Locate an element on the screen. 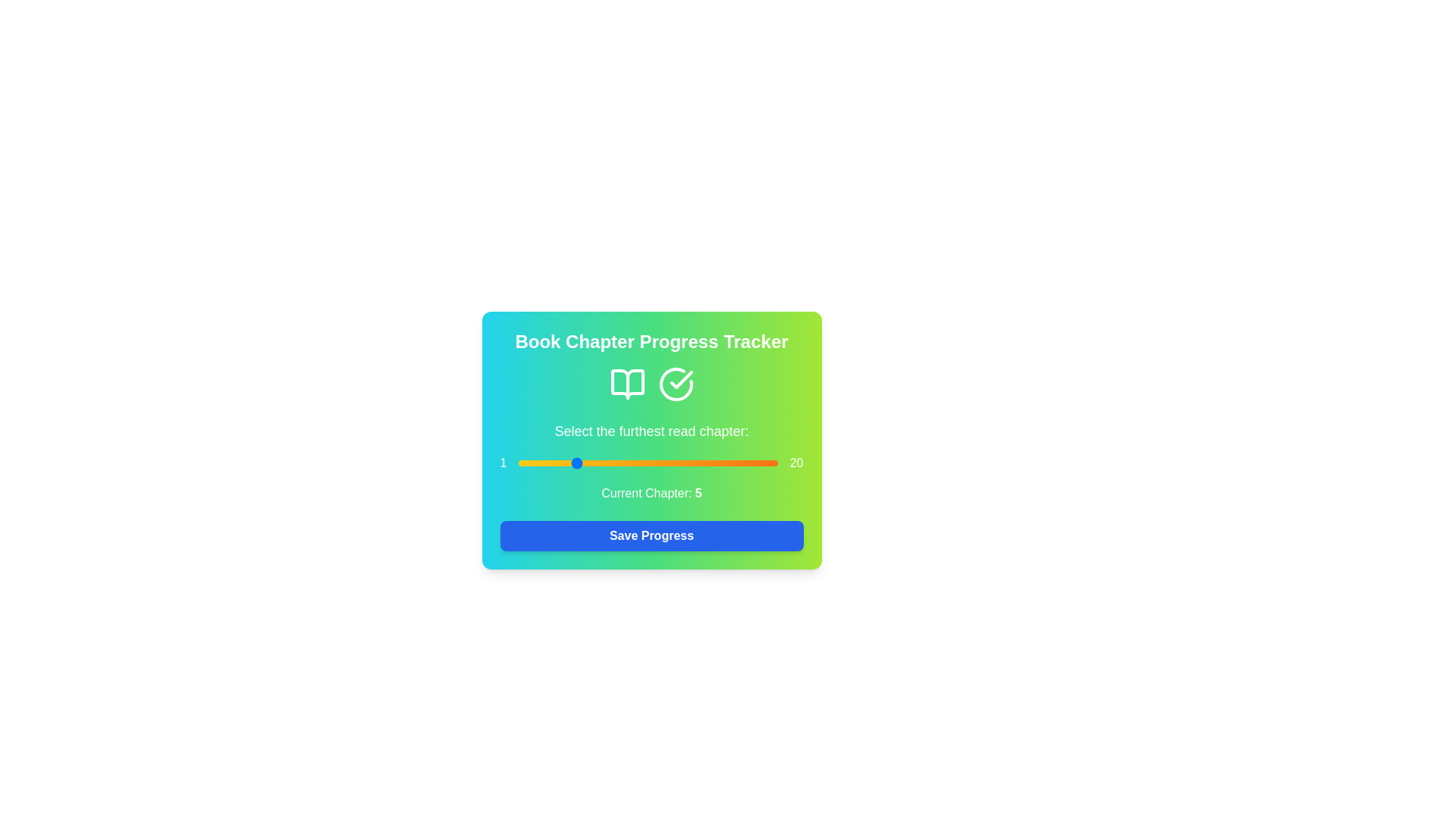  'Save Progress' button to save the selected chapter is located at coordinates (651, 535).